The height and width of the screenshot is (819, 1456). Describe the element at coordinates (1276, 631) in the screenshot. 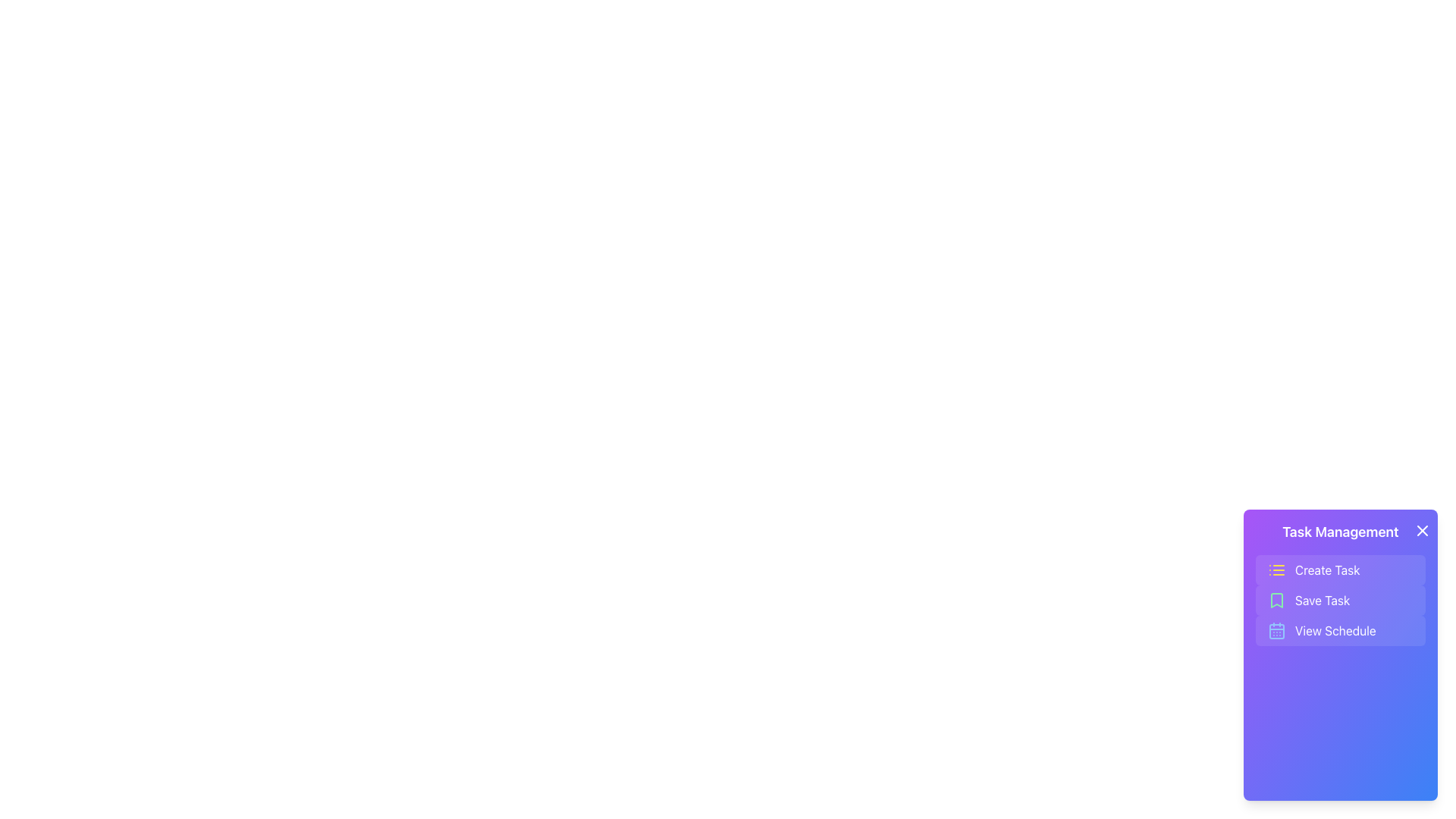

I see `the SVG-based icon representing the 'View Schedule' action, which is located to the left of the 'View Schedule' text in the 'Task Management' panel` at that location.